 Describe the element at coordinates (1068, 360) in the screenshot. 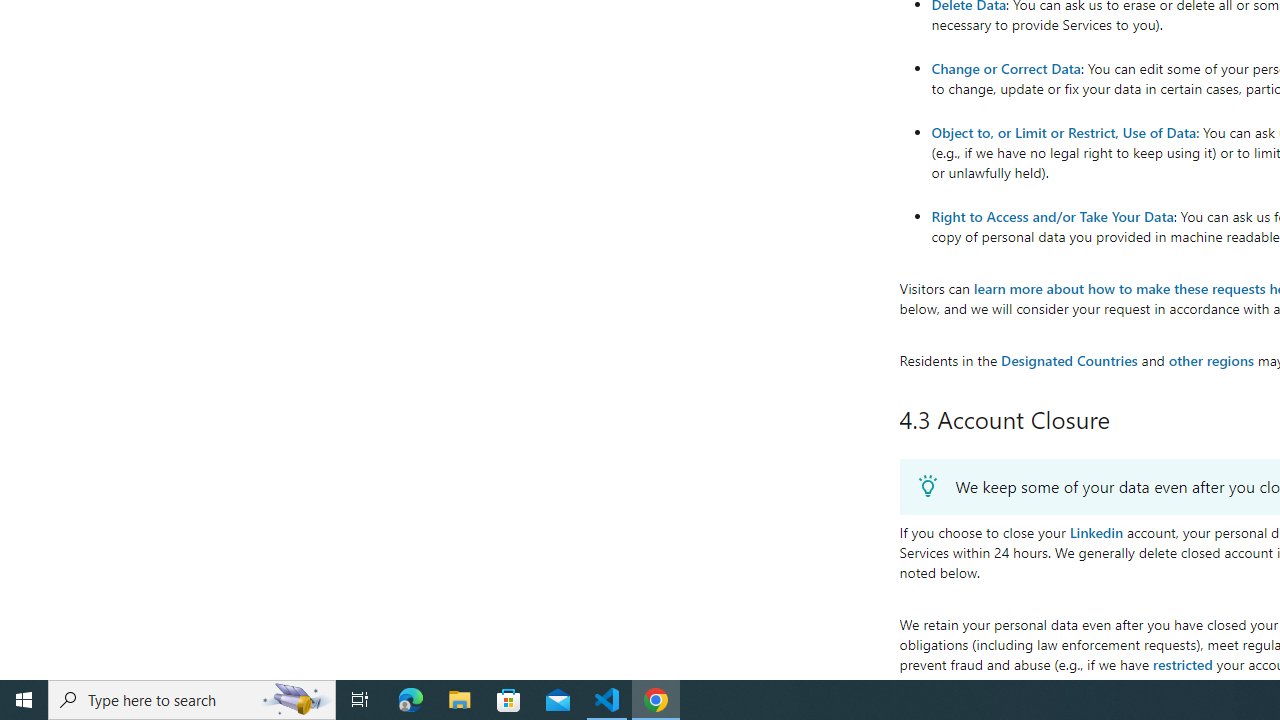

I see `'Designated Countries'` at that location.